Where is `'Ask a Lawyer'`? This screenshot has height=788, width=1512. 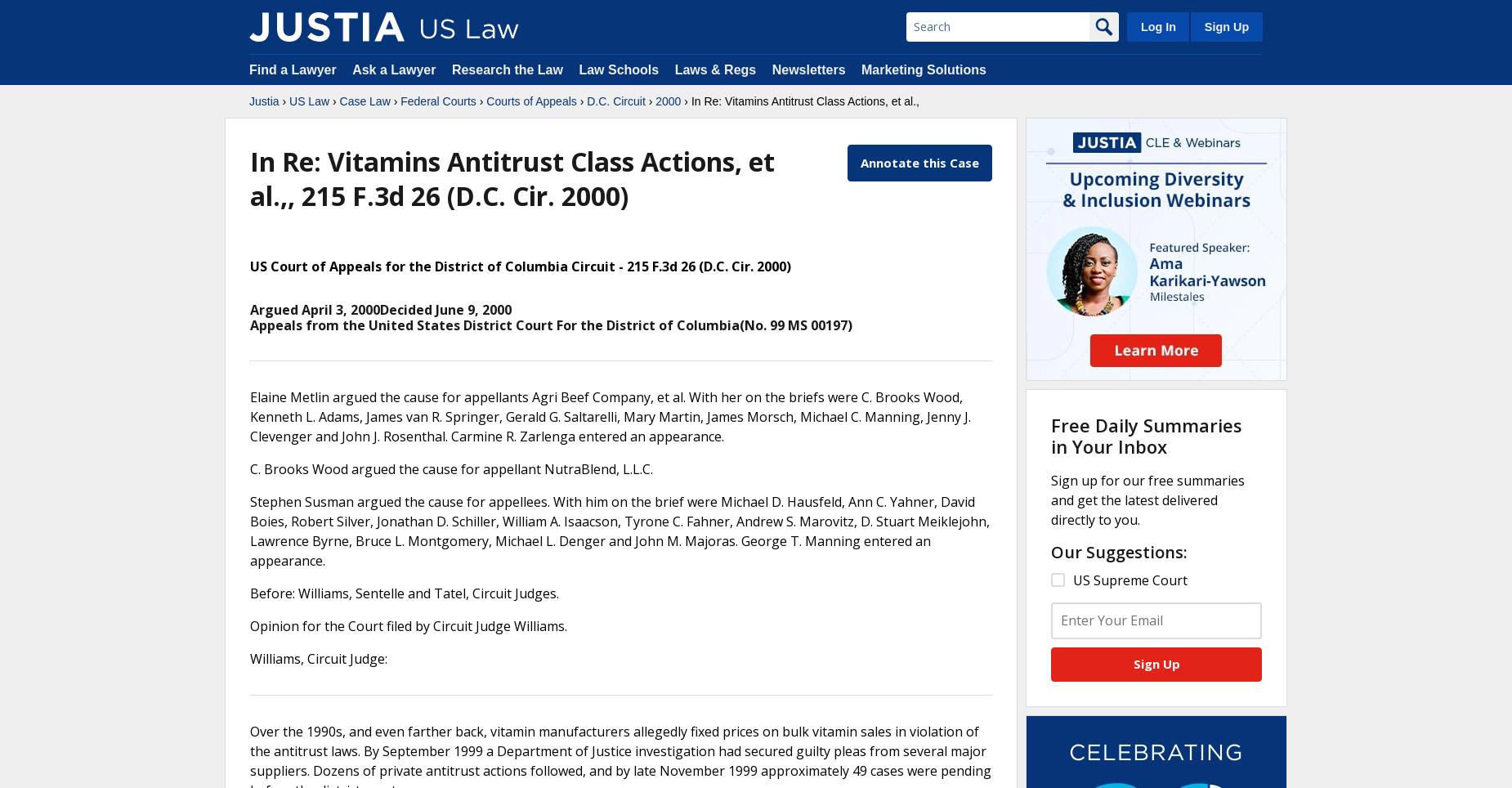 'Ask a Lawyer' is located at coordinates (395, 69).